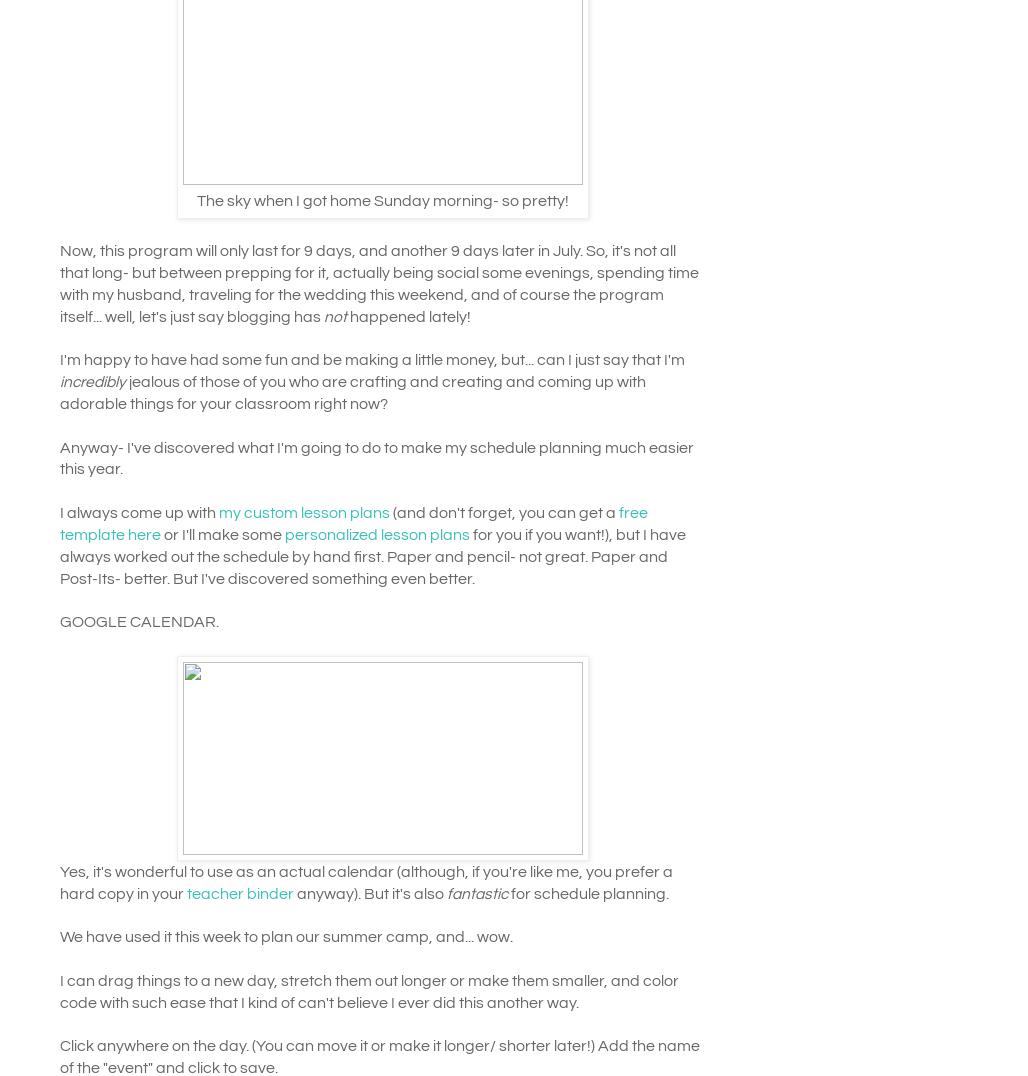 The width and height of the screenshot is (1028, 1076). Describe the element at coordinates (367, 892) in the screenshot. I see `'anyway). But it's also'` at that location.